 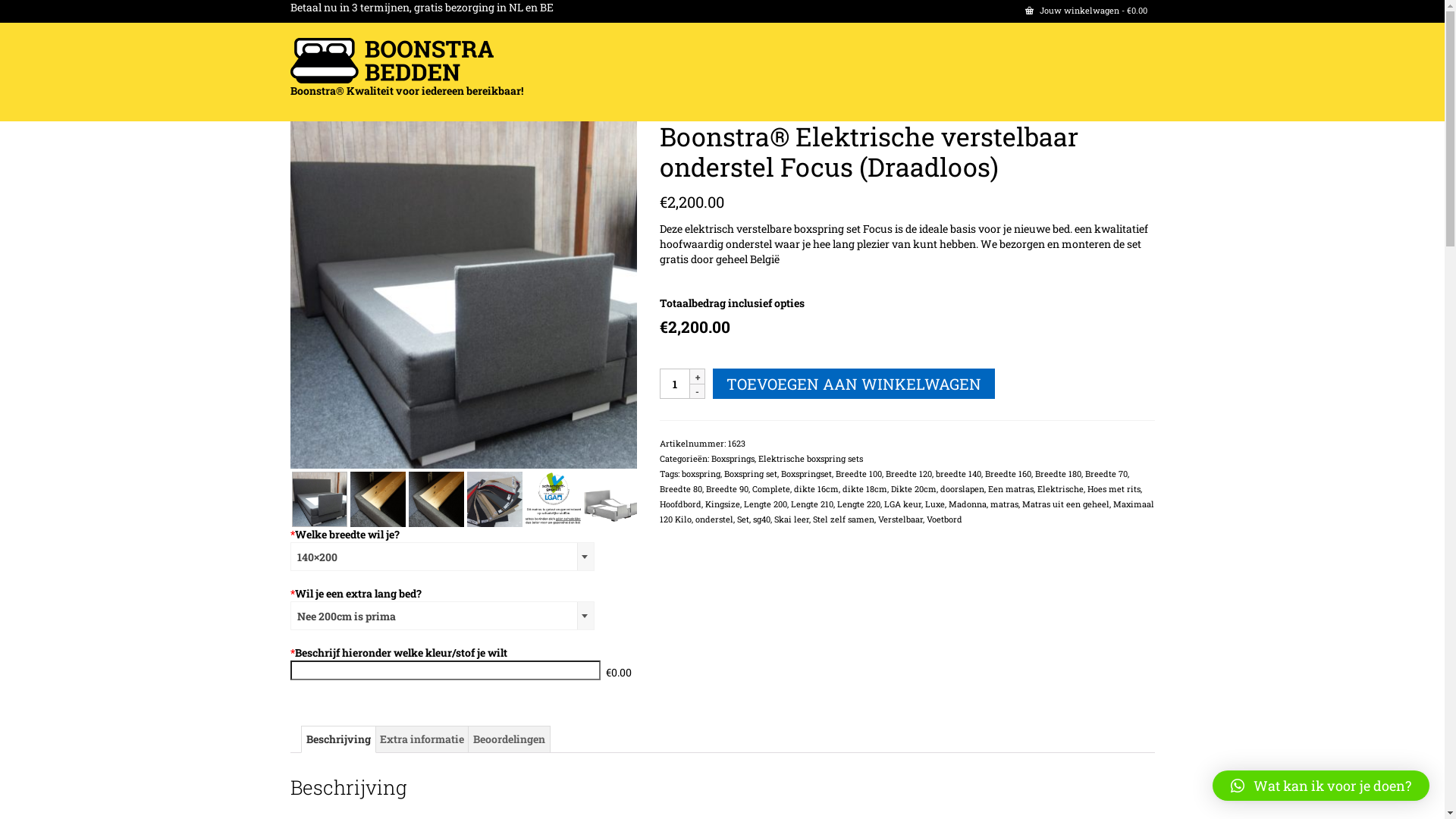 I want to click on 'Wat kan ik voor je doen?', so click(x=1320, y=785).